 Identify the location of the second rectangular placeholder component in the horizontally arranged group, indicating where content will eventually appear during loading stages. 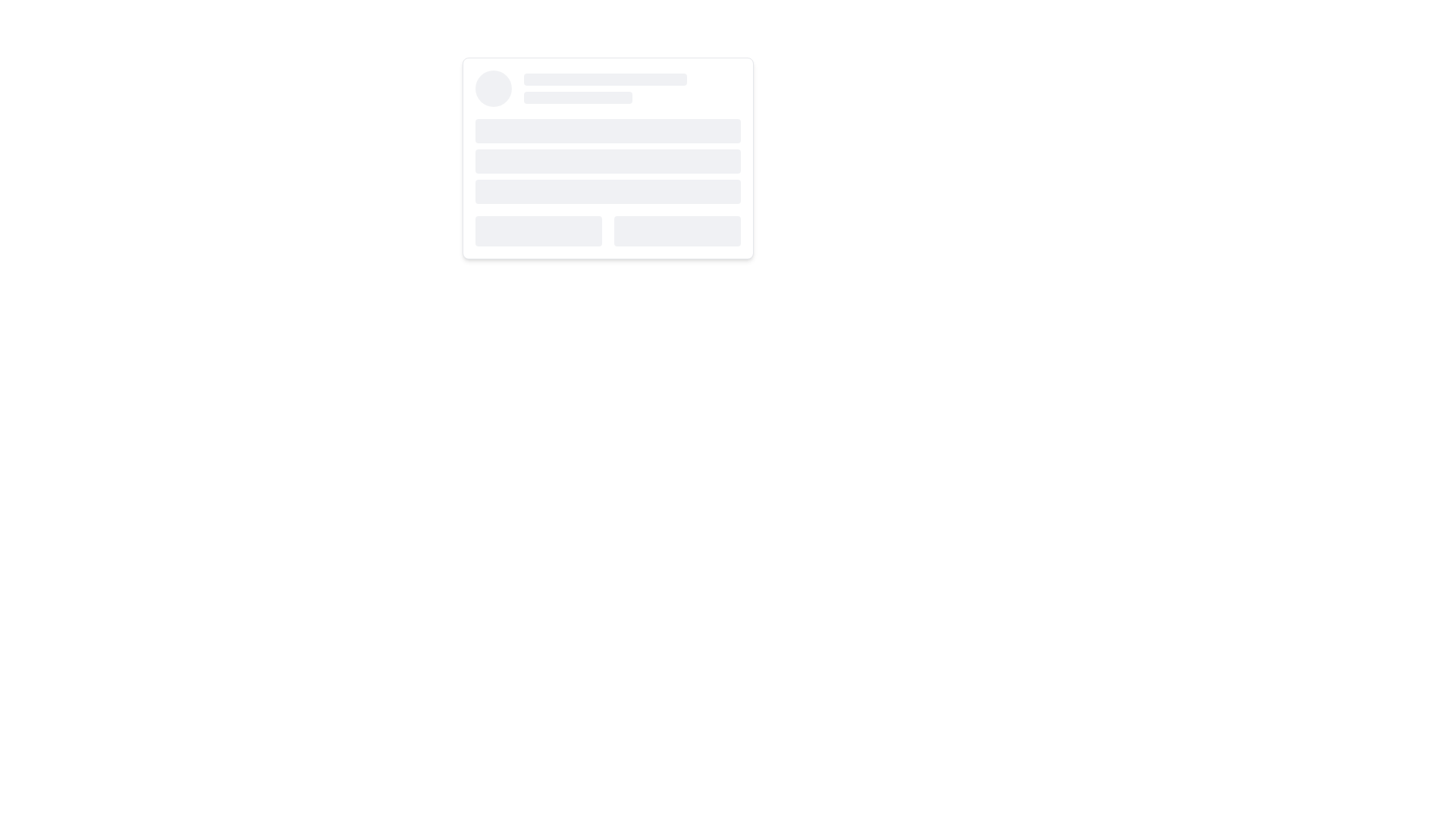
(676, 231).